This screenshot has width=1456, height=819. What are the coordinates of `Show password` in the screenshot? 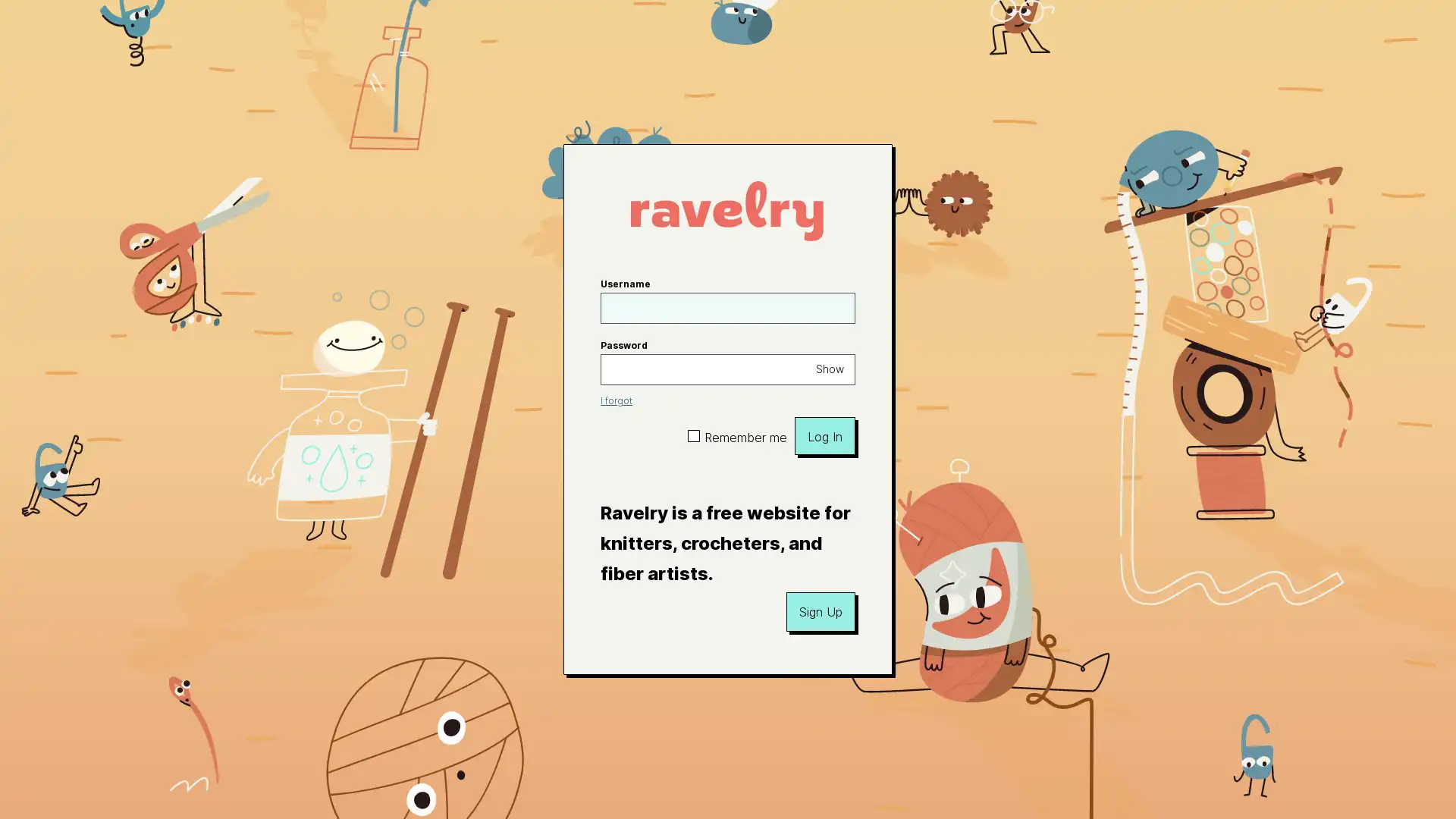 It's located at (829, 369).